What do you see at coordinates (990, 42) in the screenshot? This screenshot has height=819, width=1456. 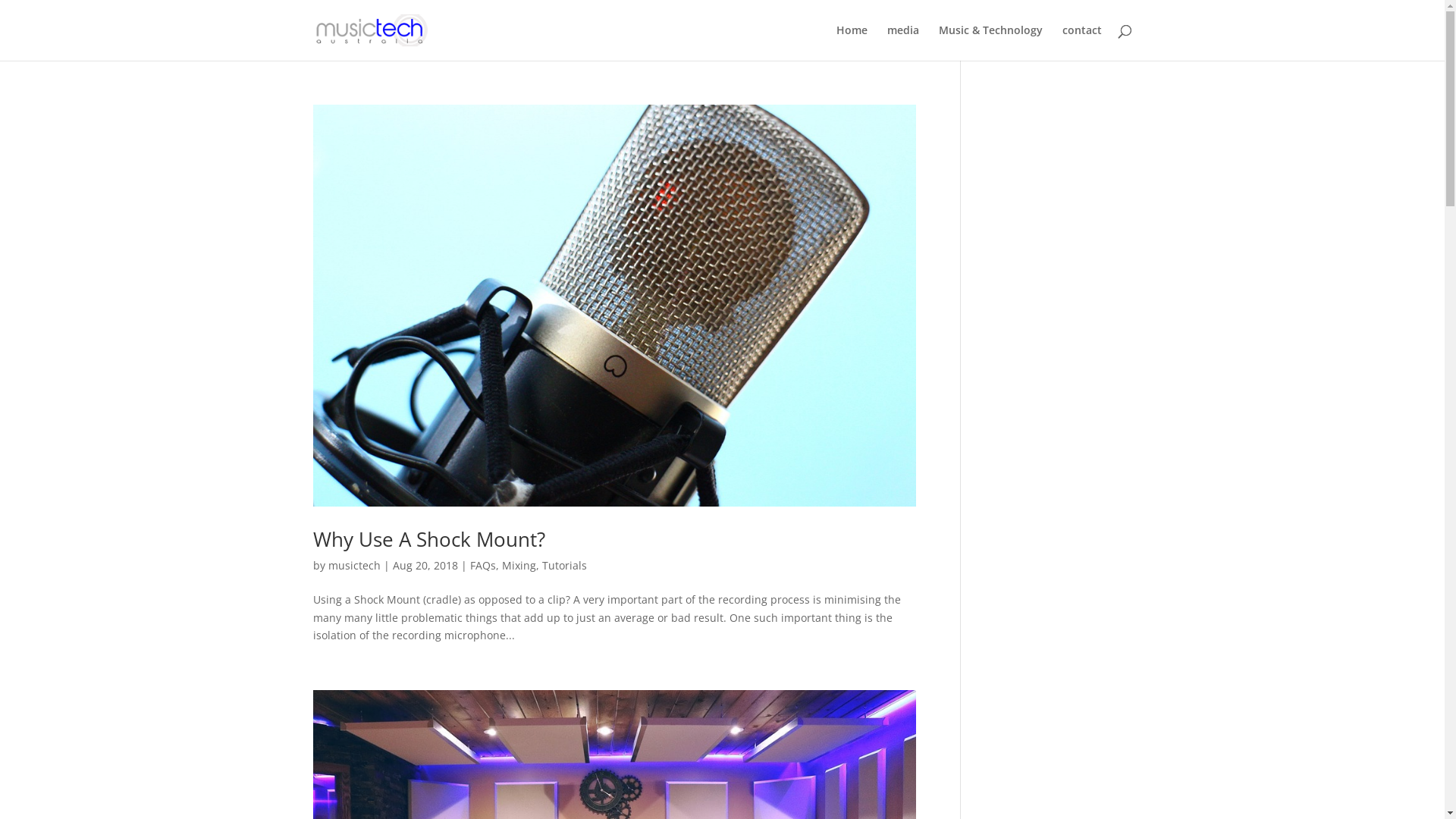 I see `'Music & Technology'` at bounding box center [990, 42].